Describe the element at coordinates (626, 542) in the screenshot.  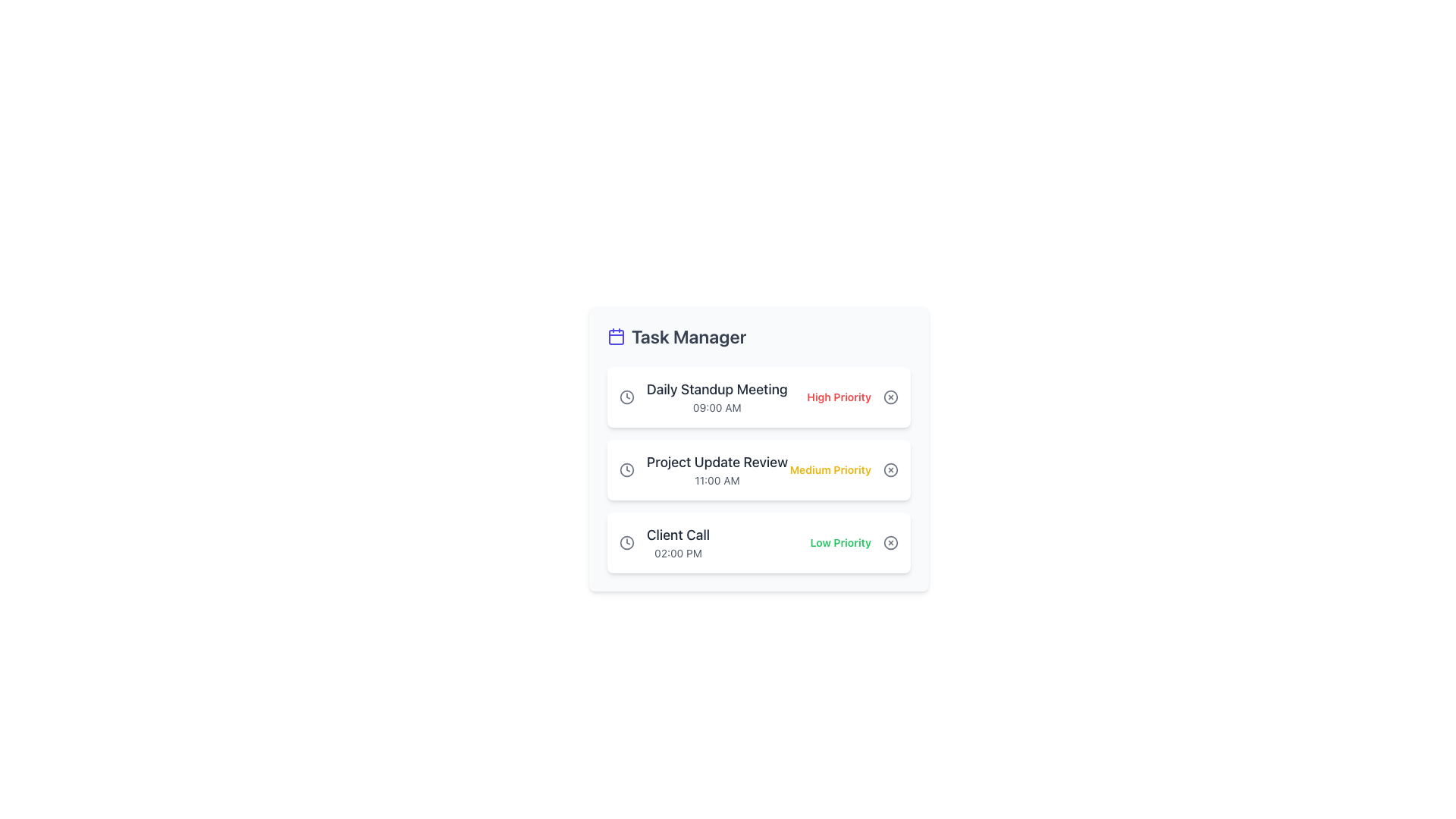
I see `the circular clock icon with a thin border located to the left of the 'Client Call' text in the 'Task Manager' section` at that location.